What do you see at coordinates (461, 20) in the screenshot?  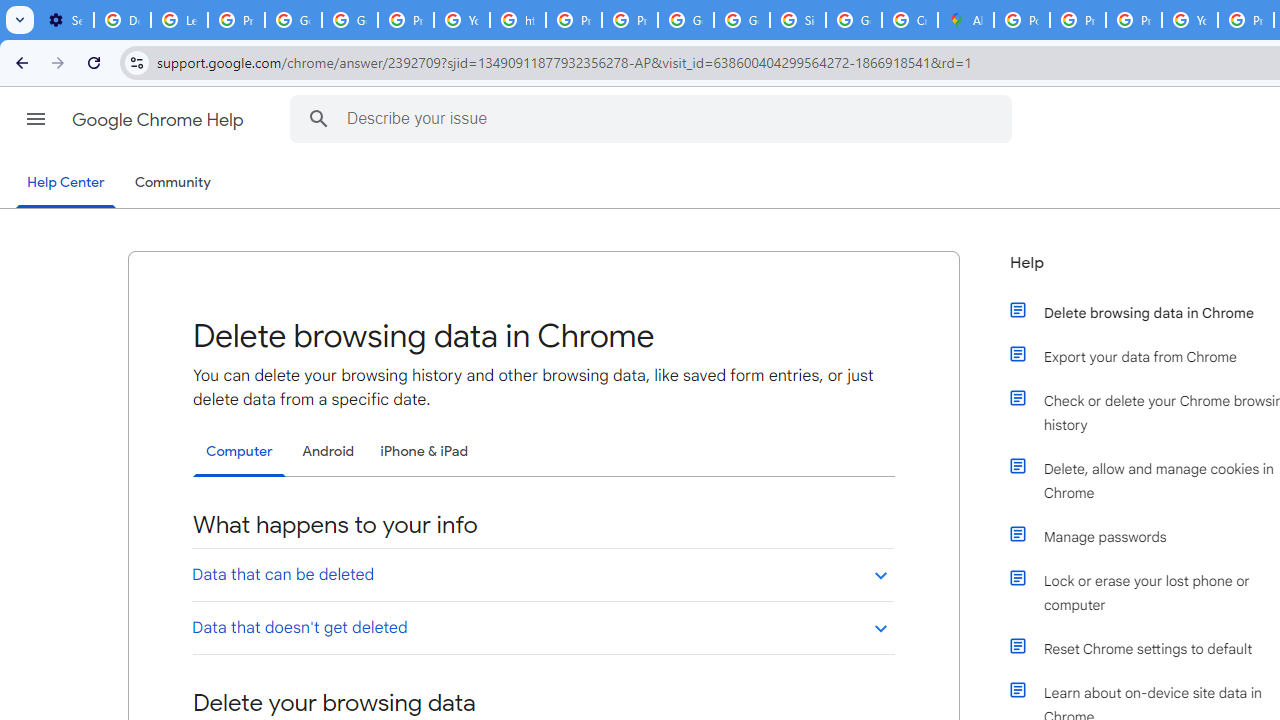 I see `'YouTube'` at bounding box center [461, 20].